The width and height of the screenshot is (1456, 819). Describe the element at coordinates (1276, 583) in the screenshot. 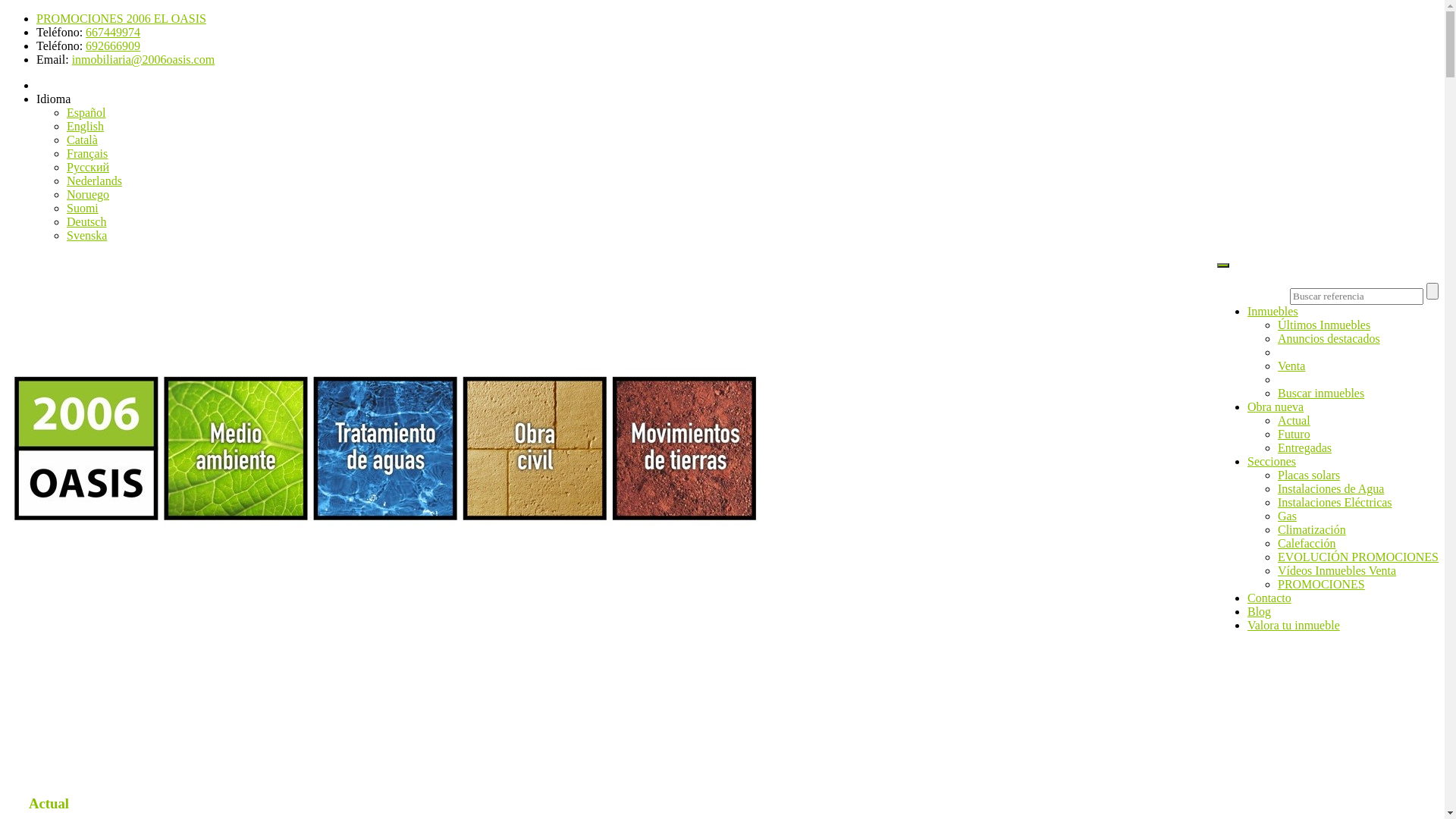

I see `'PROMOCIONES'` at that location.